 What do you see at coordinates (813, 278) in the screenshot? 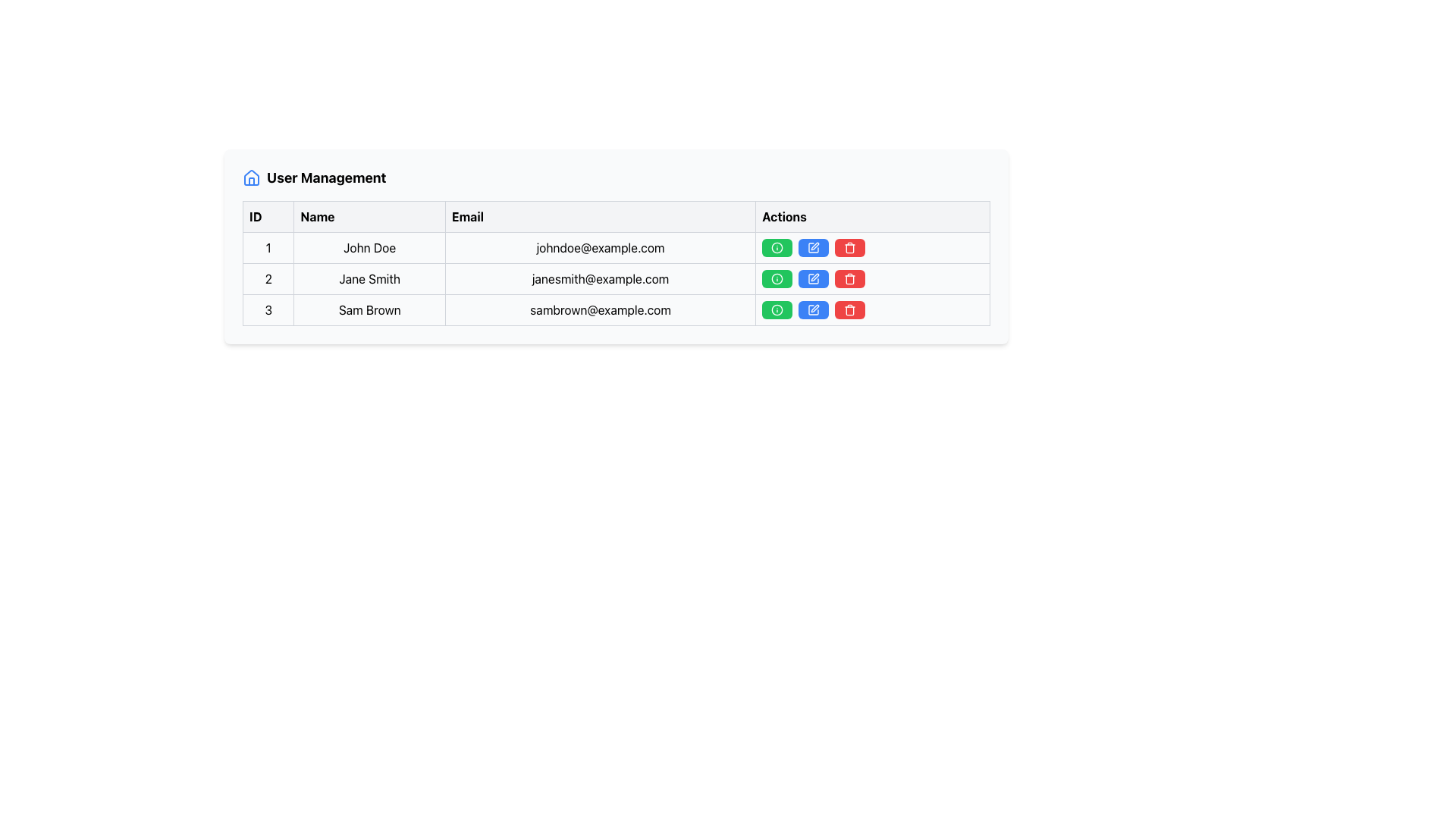
I see `the edit button with a blue background and a white outline pen icon located in the 'Actions' column of the user management table for the user with the email 'janesmith@example.com'` at bounding box center [813, 278].